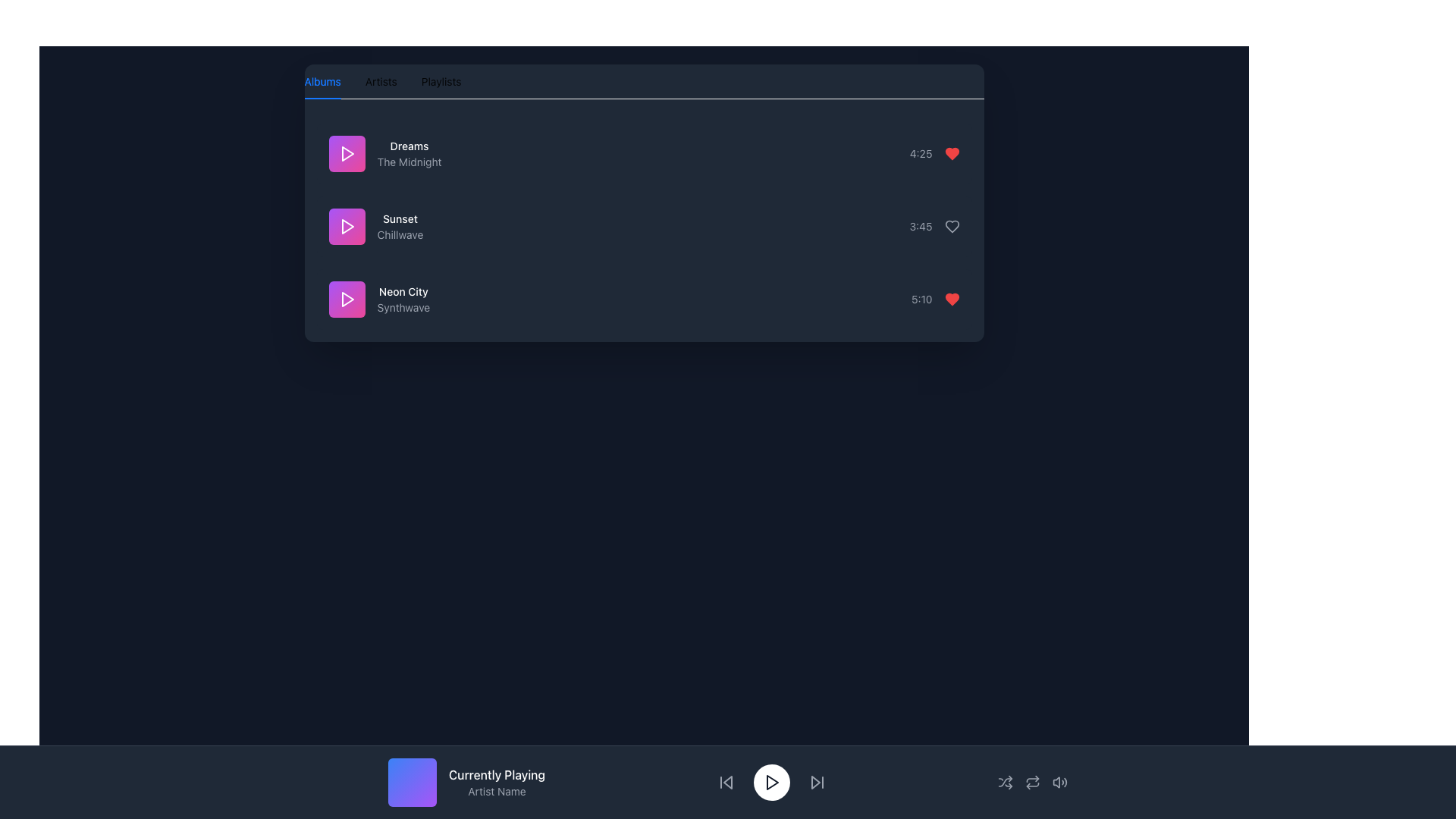  What do you see at coordinates (381, 82) in the screenshot?
I see `the 'Artists' tab in the horizontal tab navigation menu` at bounding box center [381, 82].